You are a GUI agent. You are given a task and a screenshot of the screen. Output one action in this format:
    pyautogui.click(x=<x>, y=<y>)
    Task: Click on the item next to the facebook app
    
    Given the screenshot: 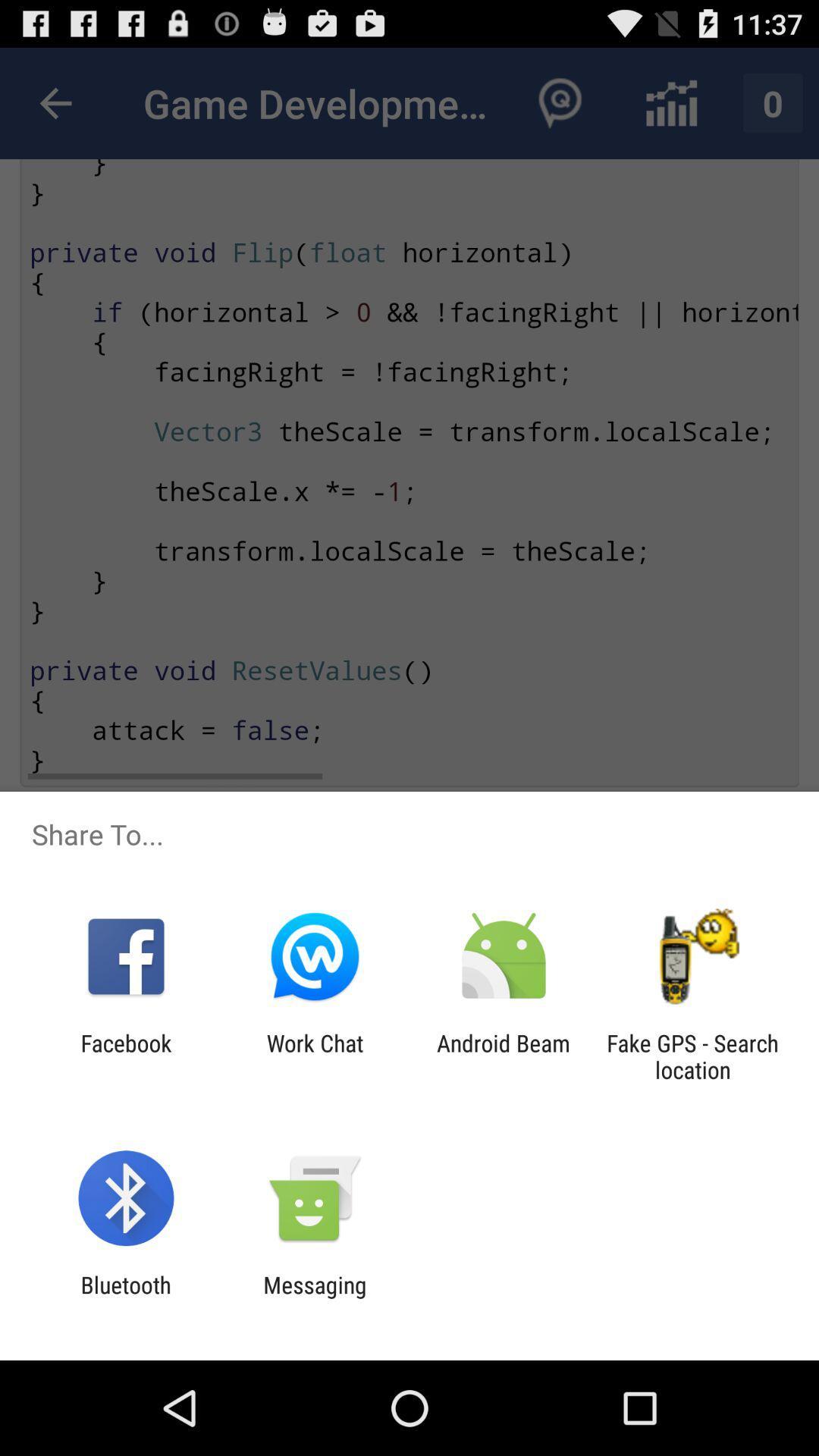 What is the action you would take?
    pyautogui.click(x=314, y=1056)
    